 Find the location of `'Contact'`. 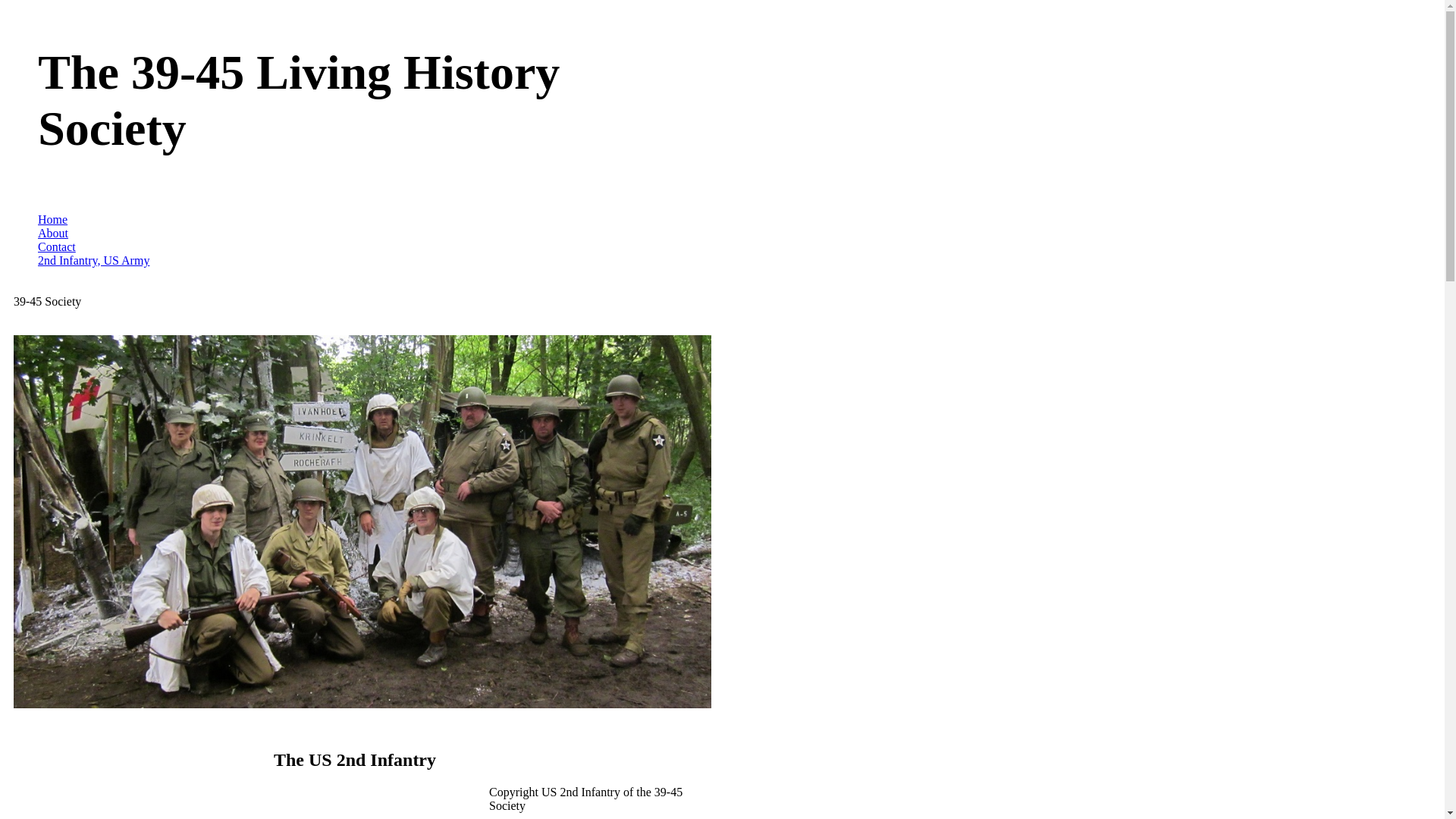

'Contact' is located at coordinates (57, 246).